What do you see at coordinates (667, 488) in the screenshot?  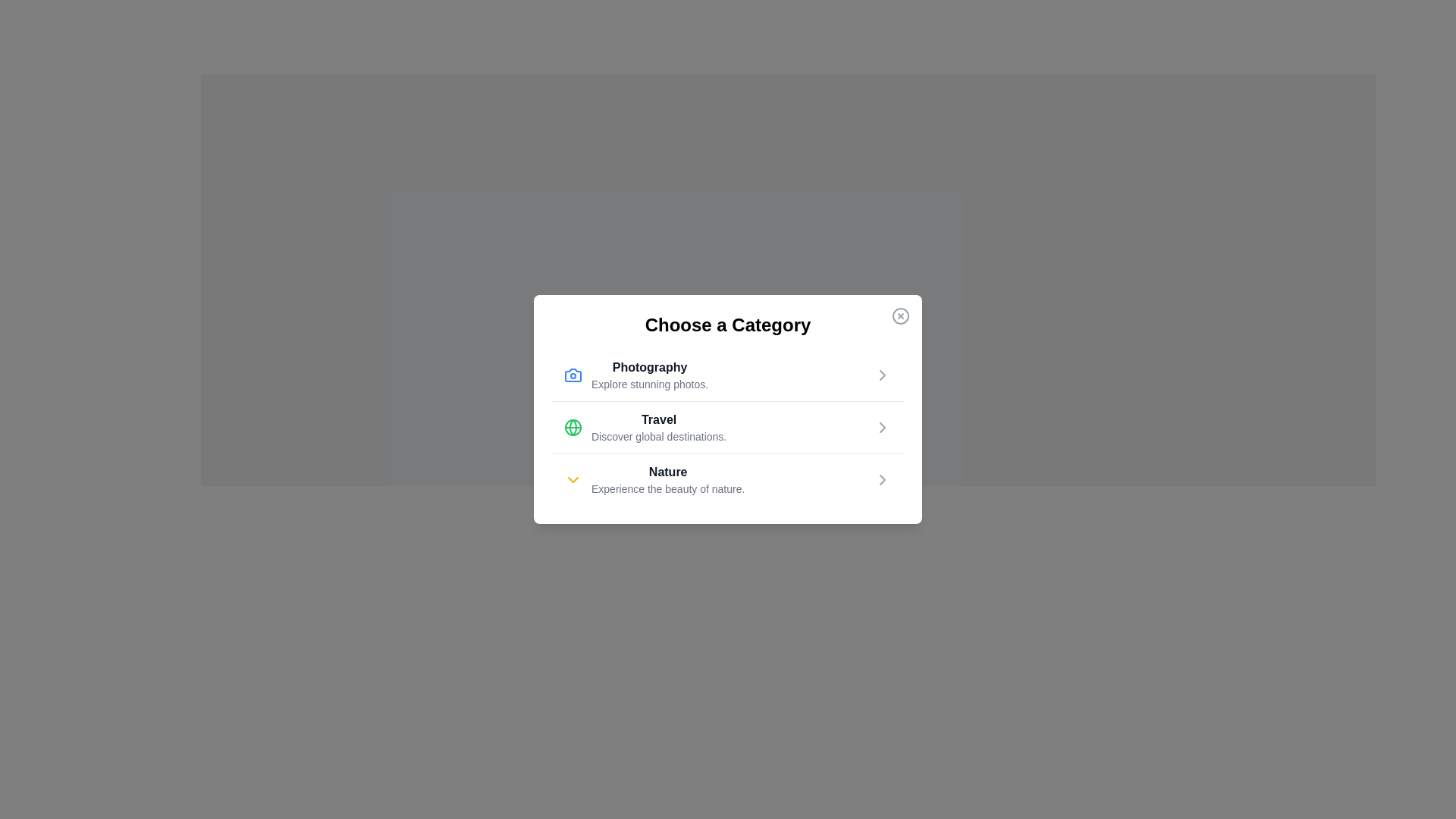 I see `text content 'Experience the beauty of nature.' located below the bold 'Nature' heading in the dialog box titled 'Choose a Category.'` at bounding box center [667, 488].